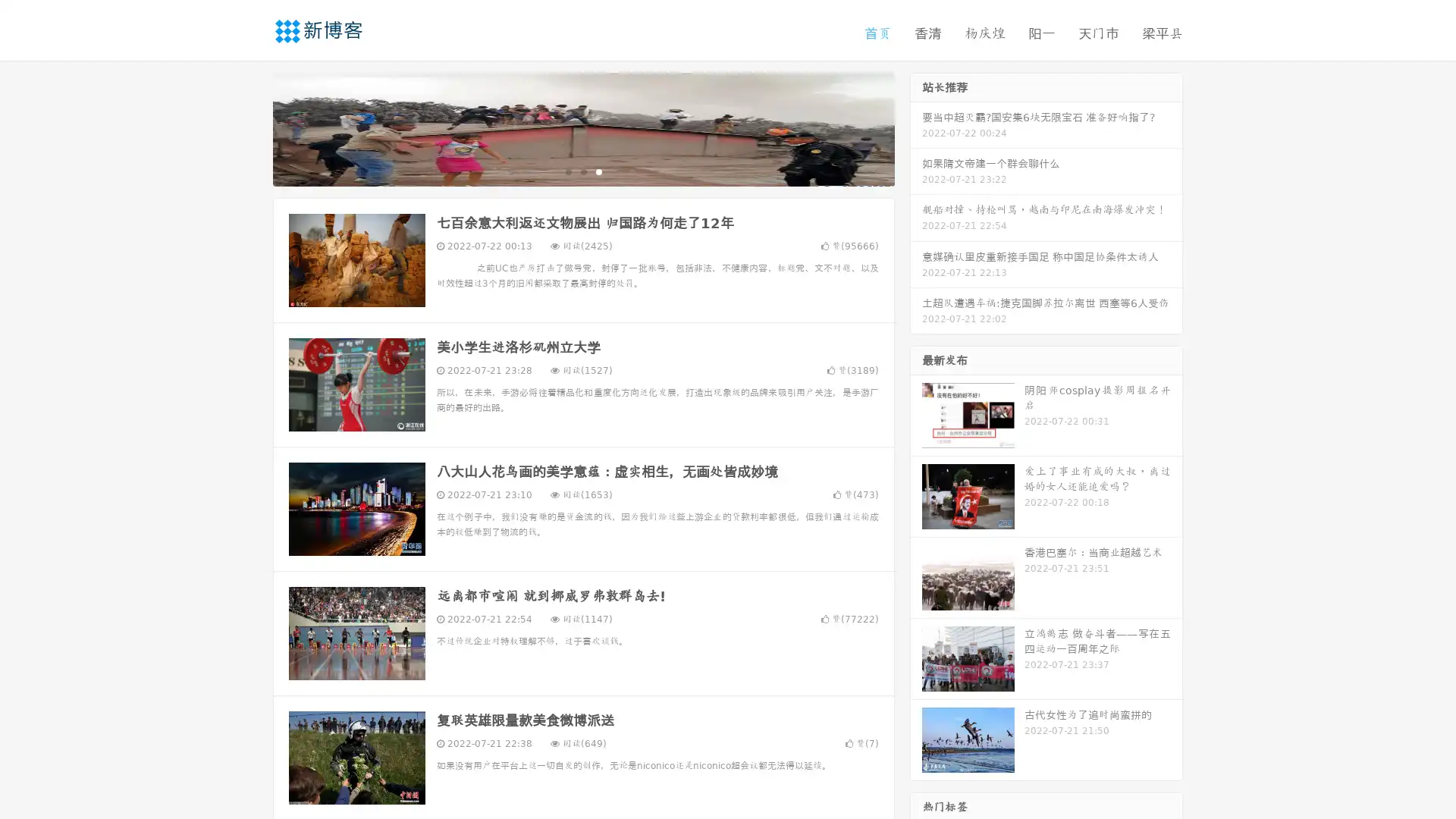 The image size is (1456, 819). Describe the element at coordinates (567, 171) in the screenshot. I see `Go to slide 1` at that location.